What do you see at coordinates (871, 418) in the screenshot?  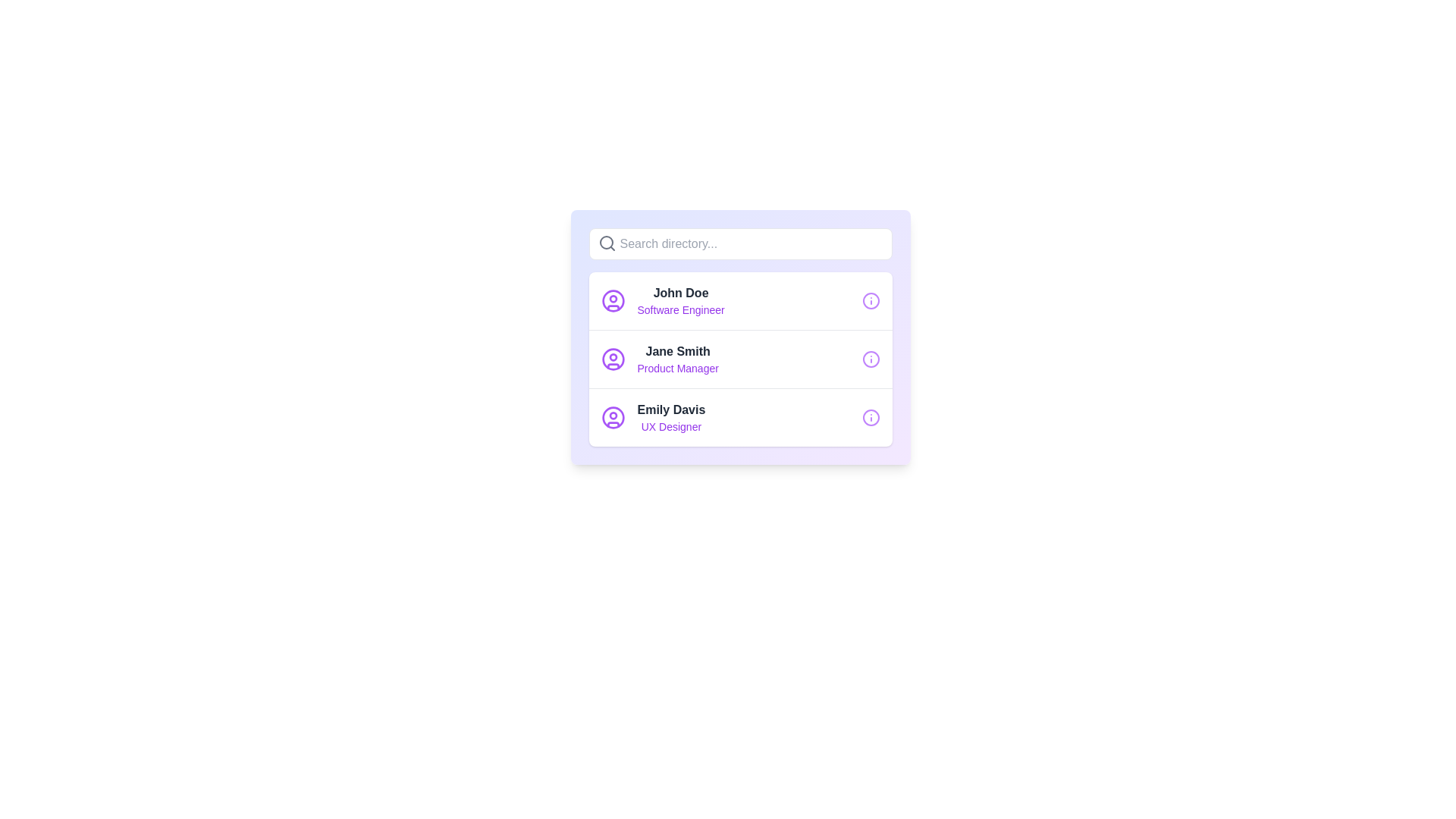 I see `the SVG Circle element, which is a circular shape with a purple outline located to the right of 'Emily Davis, UX Designer' in the profile list` at bounding box center [871, 418].